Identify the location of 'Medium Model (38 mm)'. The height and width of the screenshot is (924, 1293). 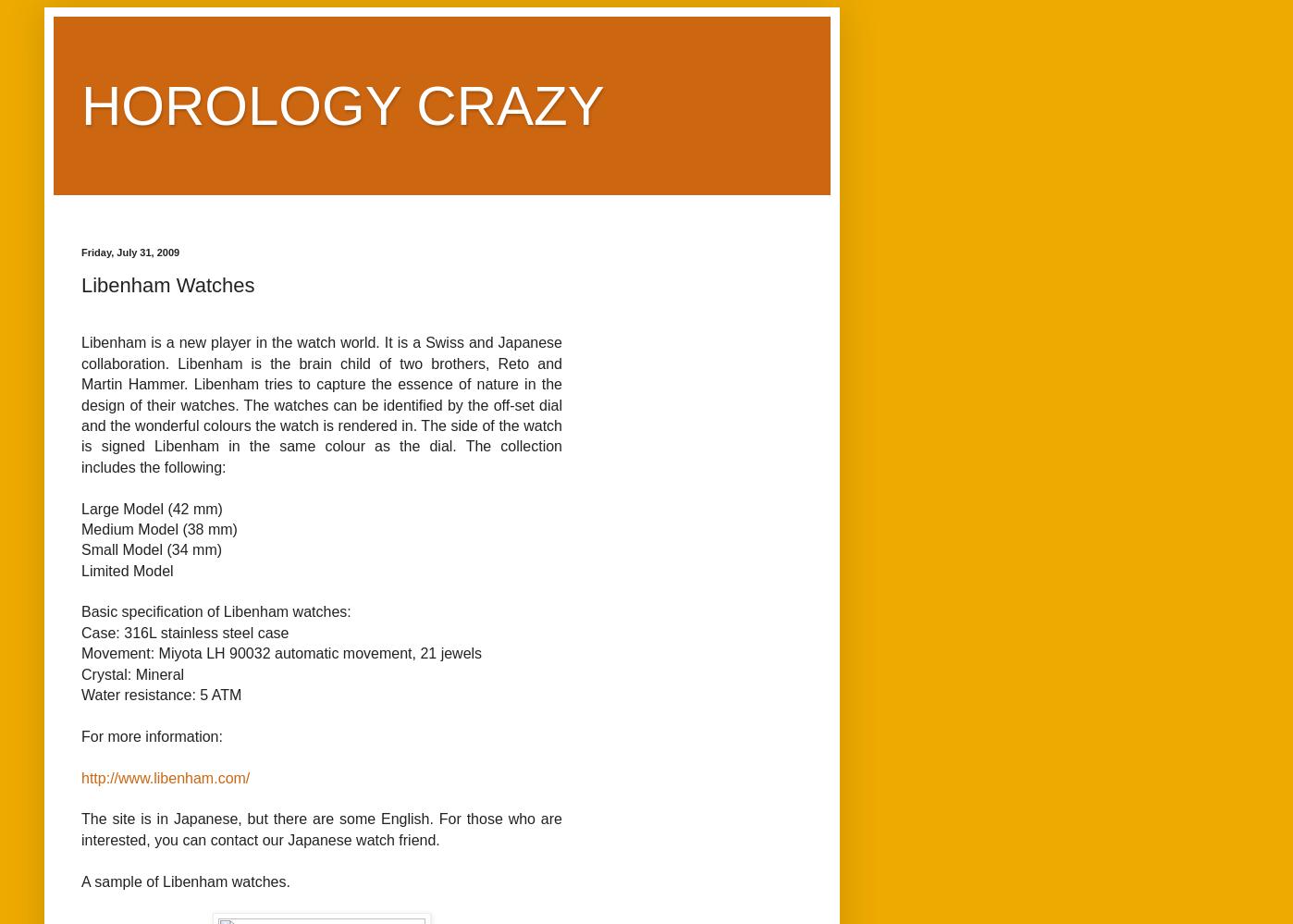
(158, 528).